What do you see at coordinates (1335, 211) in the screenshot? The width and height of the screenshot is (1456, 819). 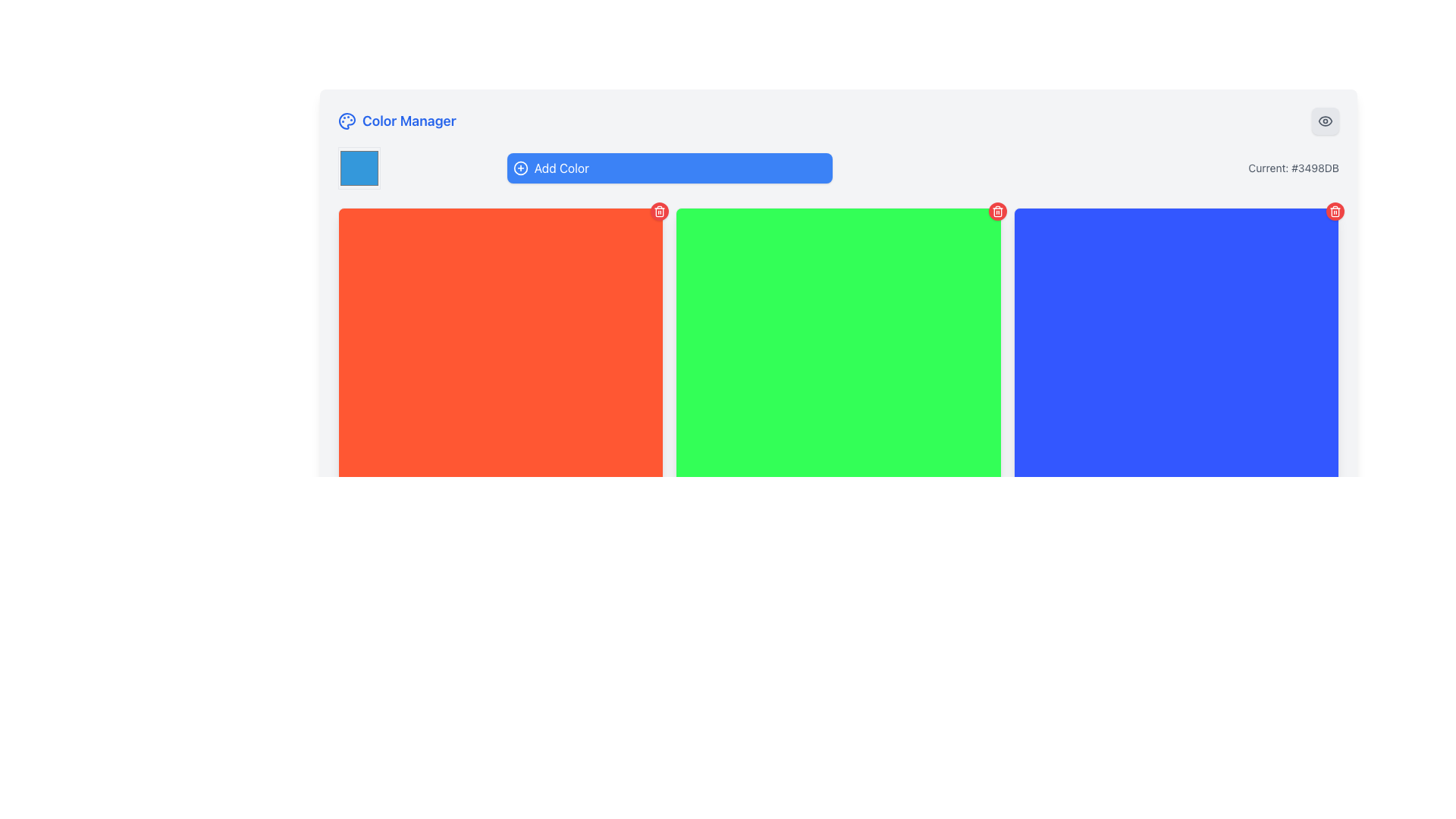 I see `the delete button located at the top-right corner of the blue color card` at bounding box center [1335, 211].